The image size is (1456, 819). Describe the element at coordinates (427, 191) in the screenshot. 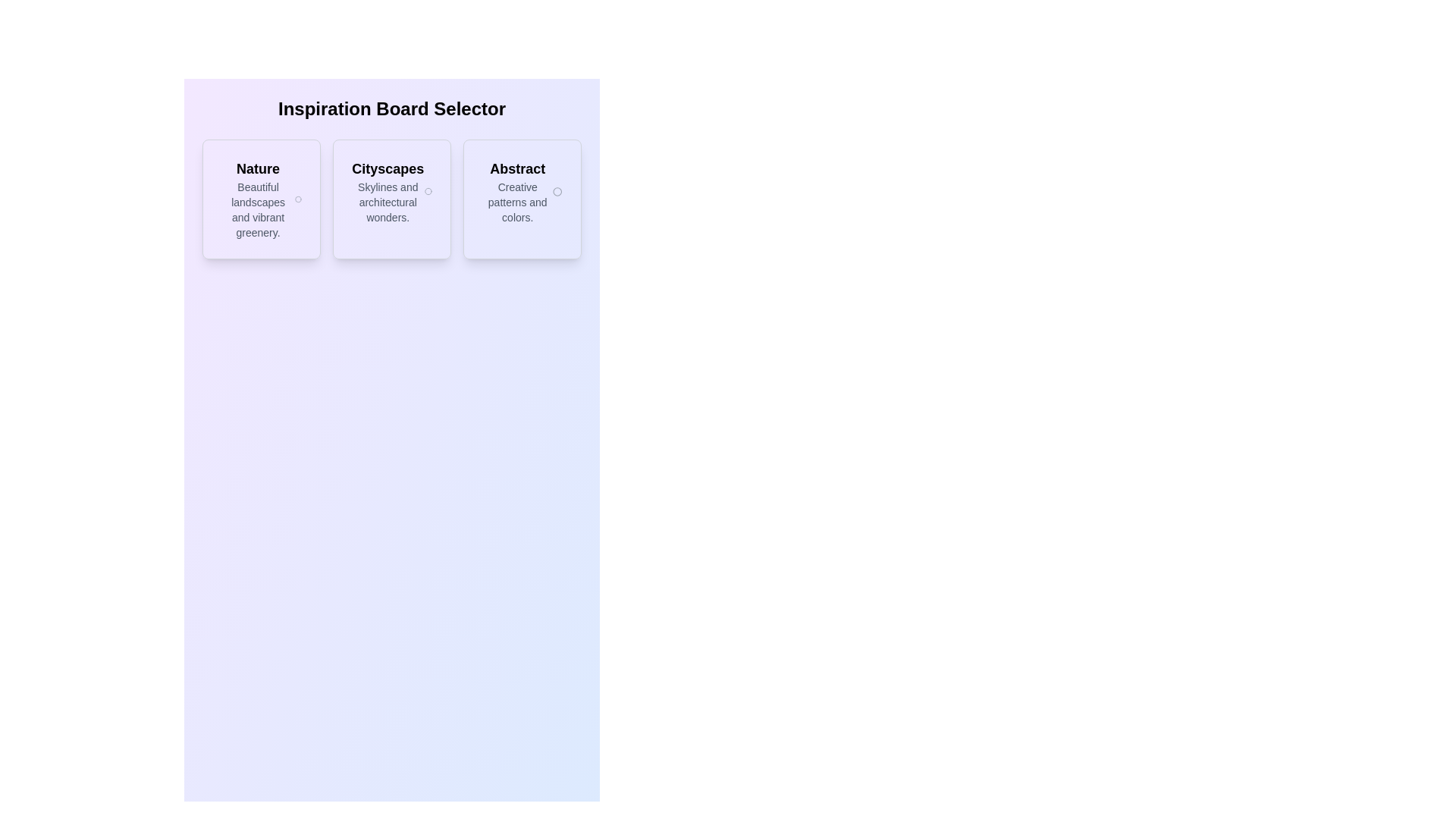

I see `the 'Cityscapes' radio button located in the middle card of the 'Inspiration Board Selector', aligned to the right side and vertically centered to the text 'Skylines and architectural wonders'` at that location.